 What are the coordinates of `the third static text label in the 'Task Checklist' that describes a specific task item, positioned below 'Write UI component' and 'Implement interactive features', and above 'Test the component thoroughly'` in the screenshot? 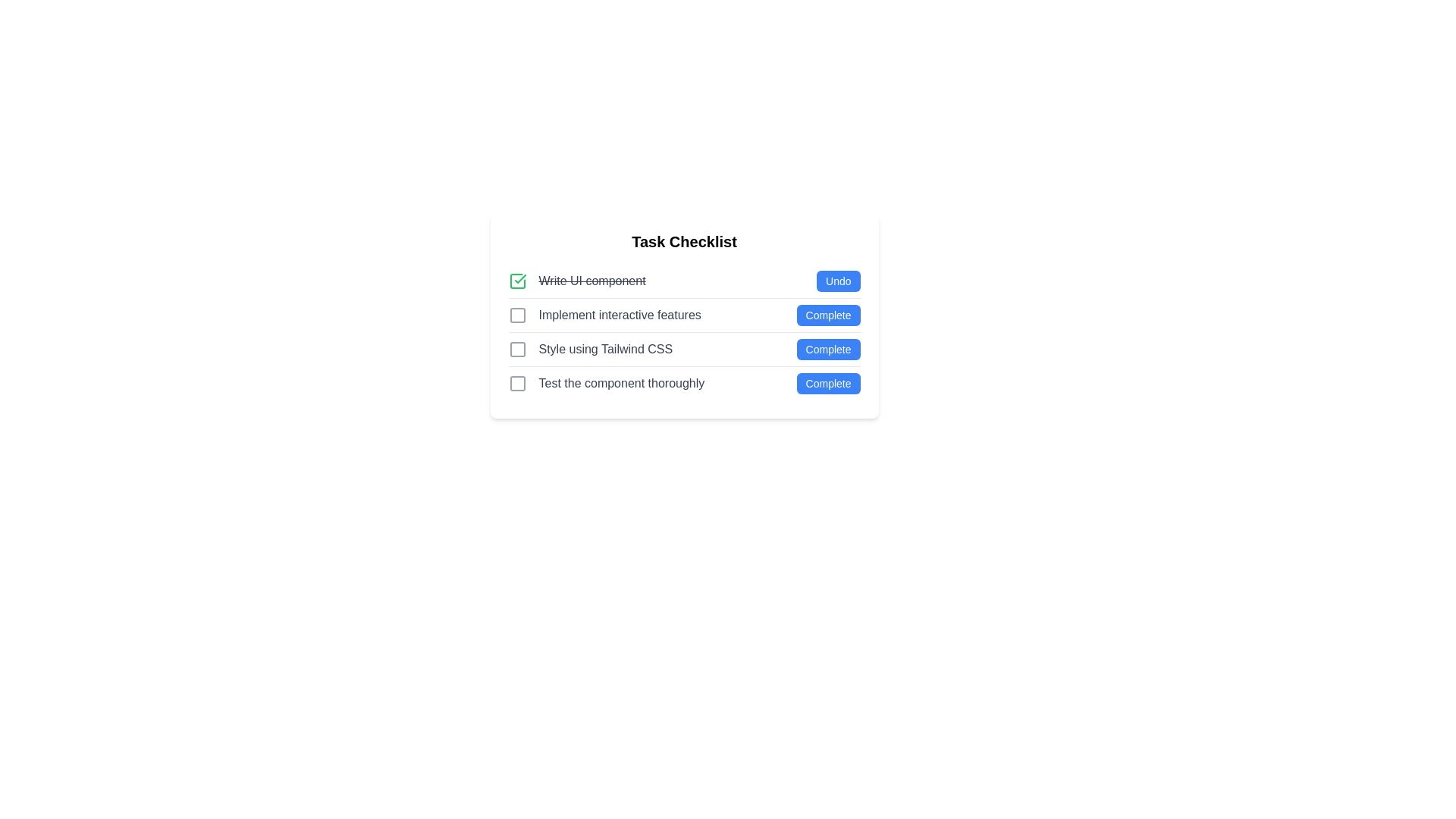 It's located at (604, 350).